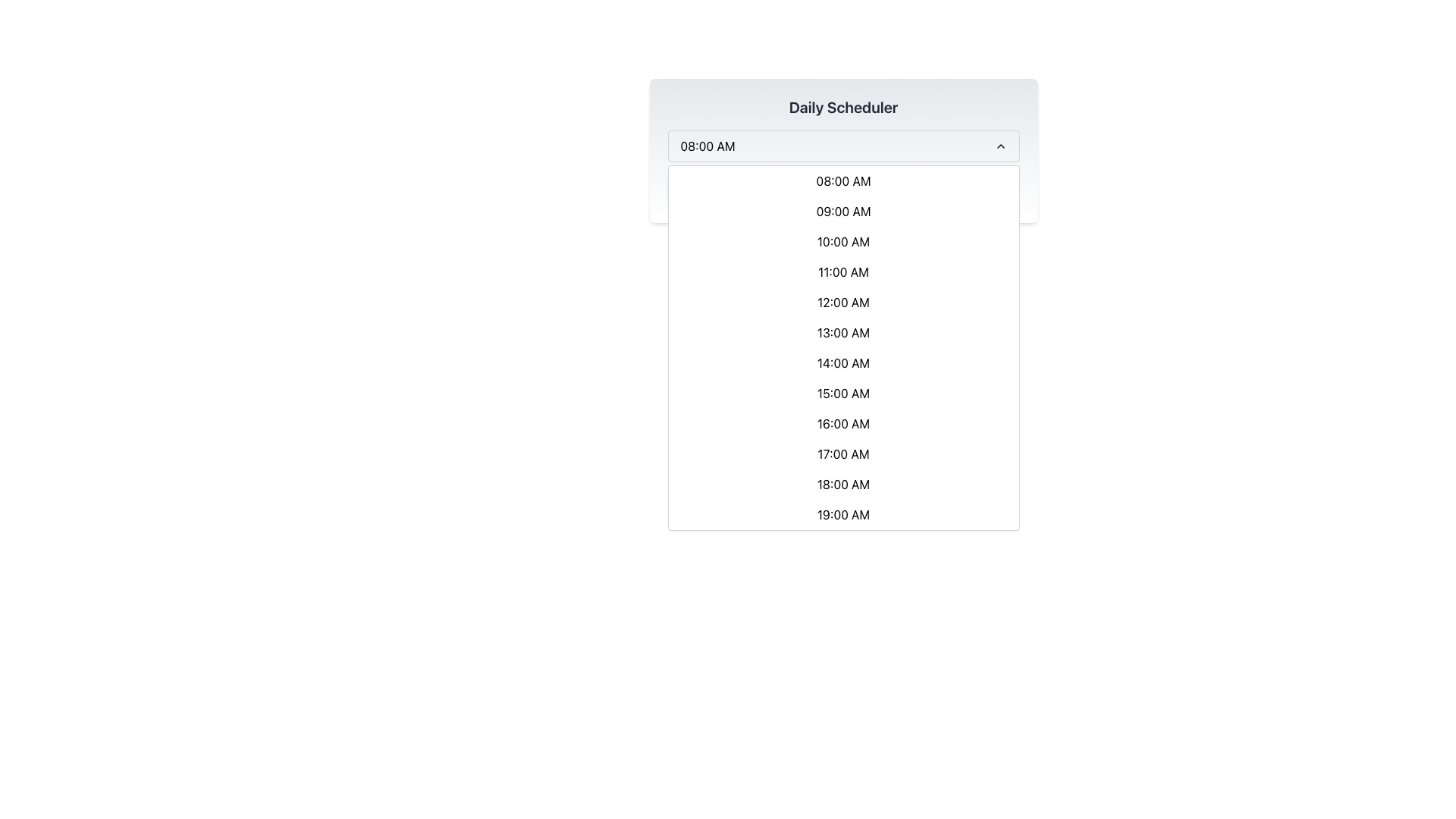  What do you see at coordinates (843, 362) in the screenshot?
I see `the selectable list item displaying '14:00 AM' in a vertical dropdown menu` at bounding box center [843, 362].